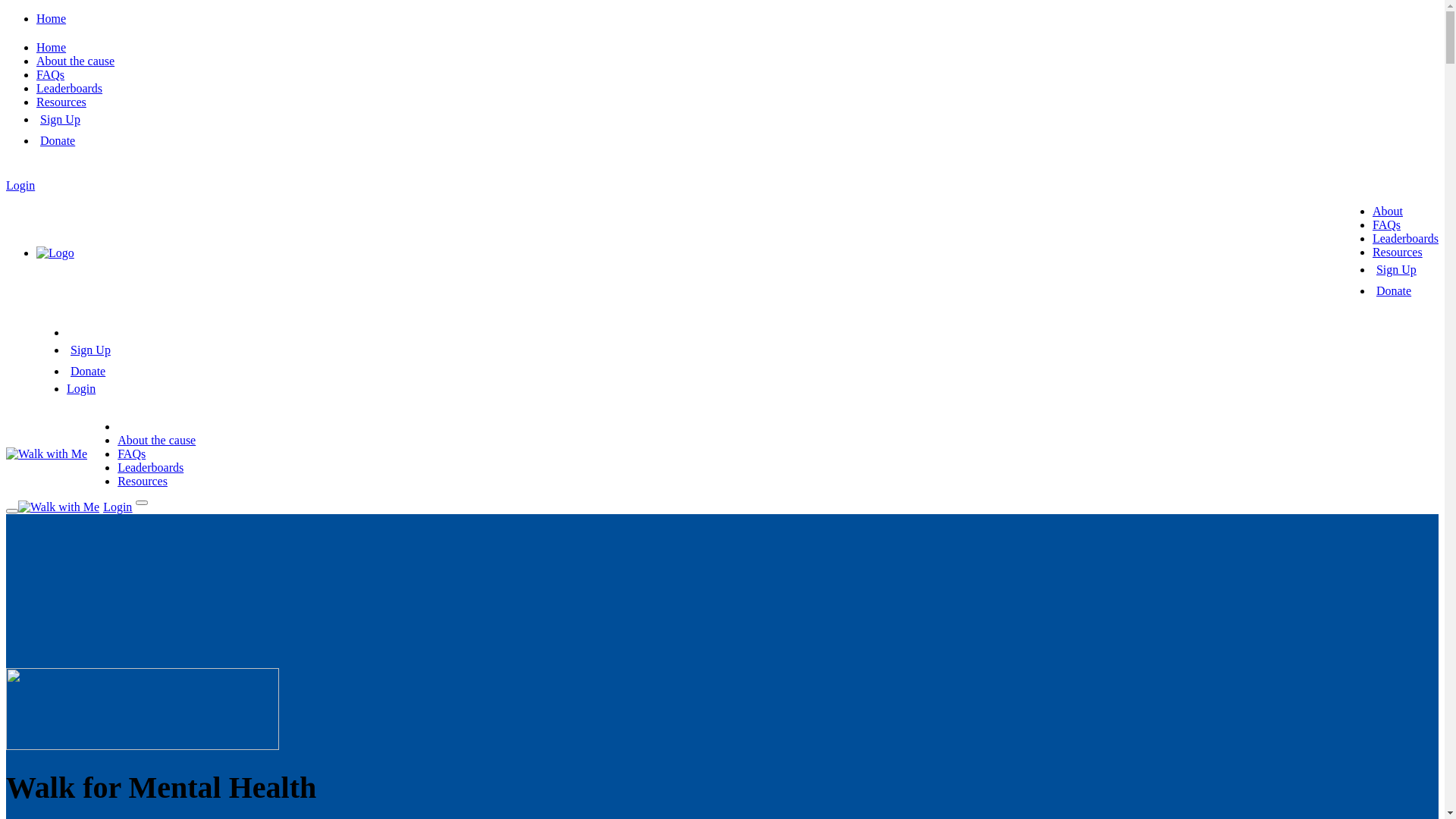  I want to click on 'About the cause', so click(74, 60).